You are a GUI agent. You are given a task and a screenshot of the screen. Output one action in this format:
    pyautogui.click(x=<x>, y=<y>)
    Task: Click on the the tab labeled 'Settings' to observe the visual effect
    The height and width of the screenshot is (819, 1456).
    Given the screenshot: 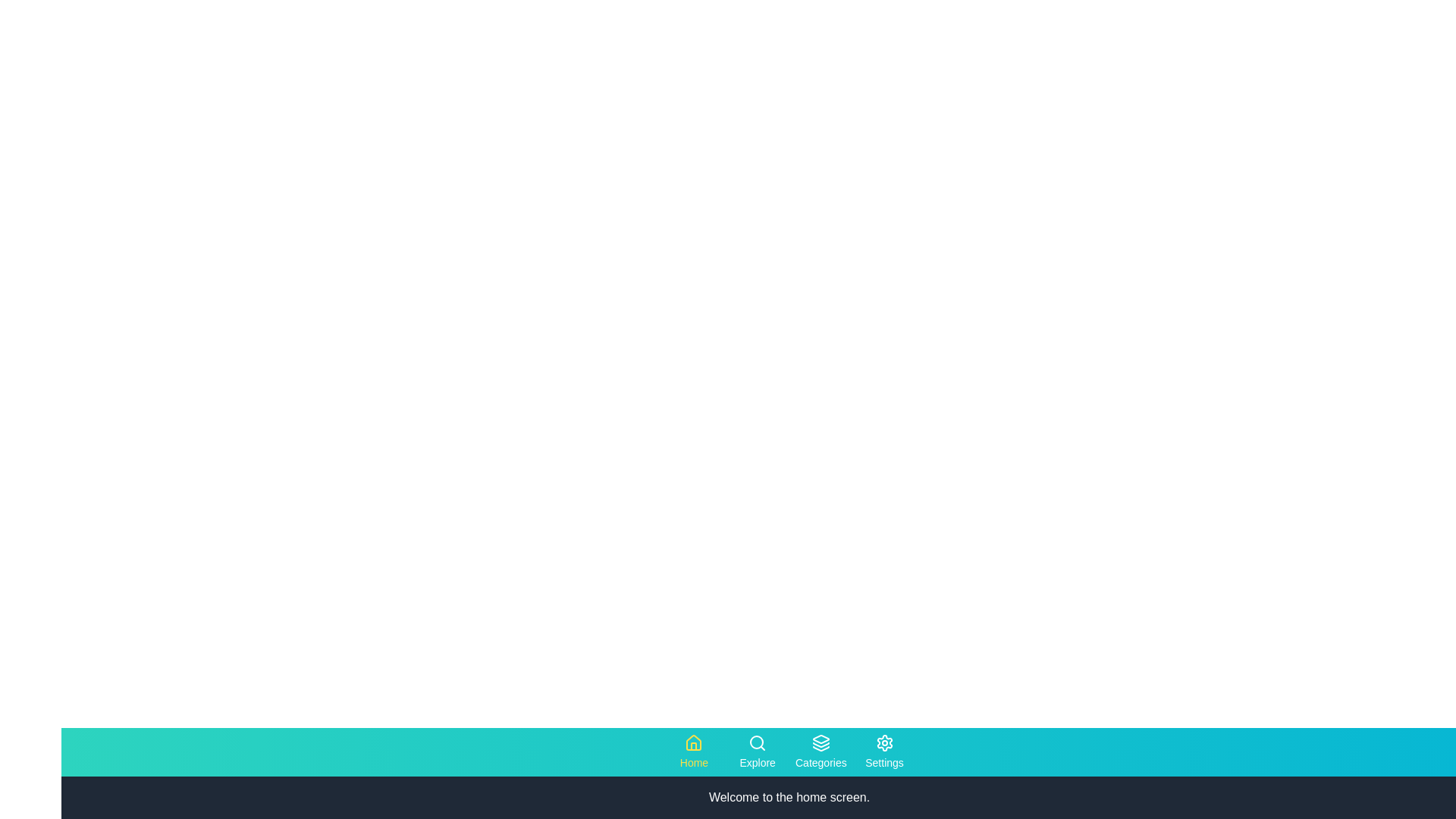 What is the action you would take?
    pyautogui.click(x=884, y=752)
    